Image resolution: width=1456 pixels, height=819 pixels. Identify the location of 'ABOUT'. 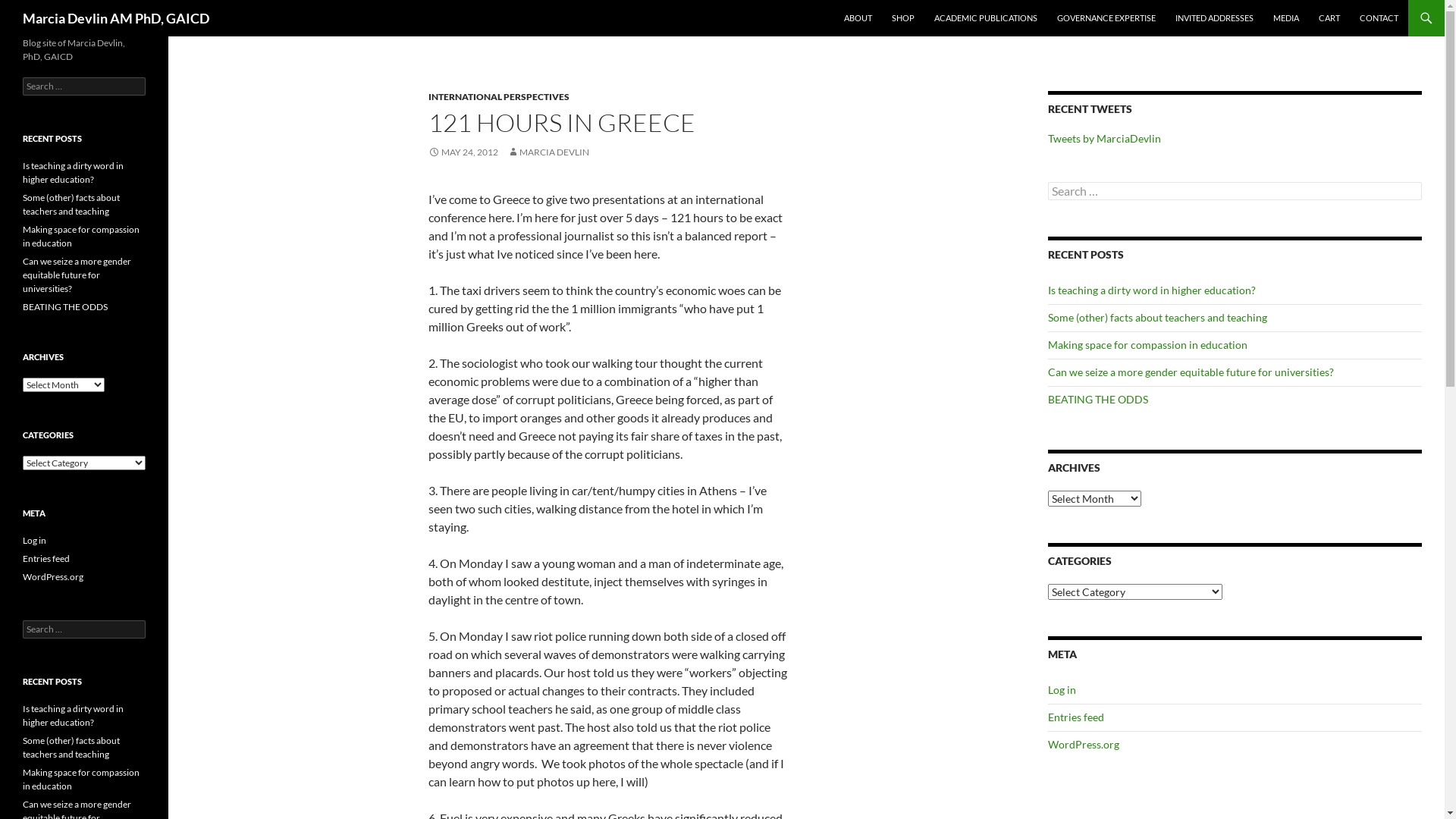
(858, 17).